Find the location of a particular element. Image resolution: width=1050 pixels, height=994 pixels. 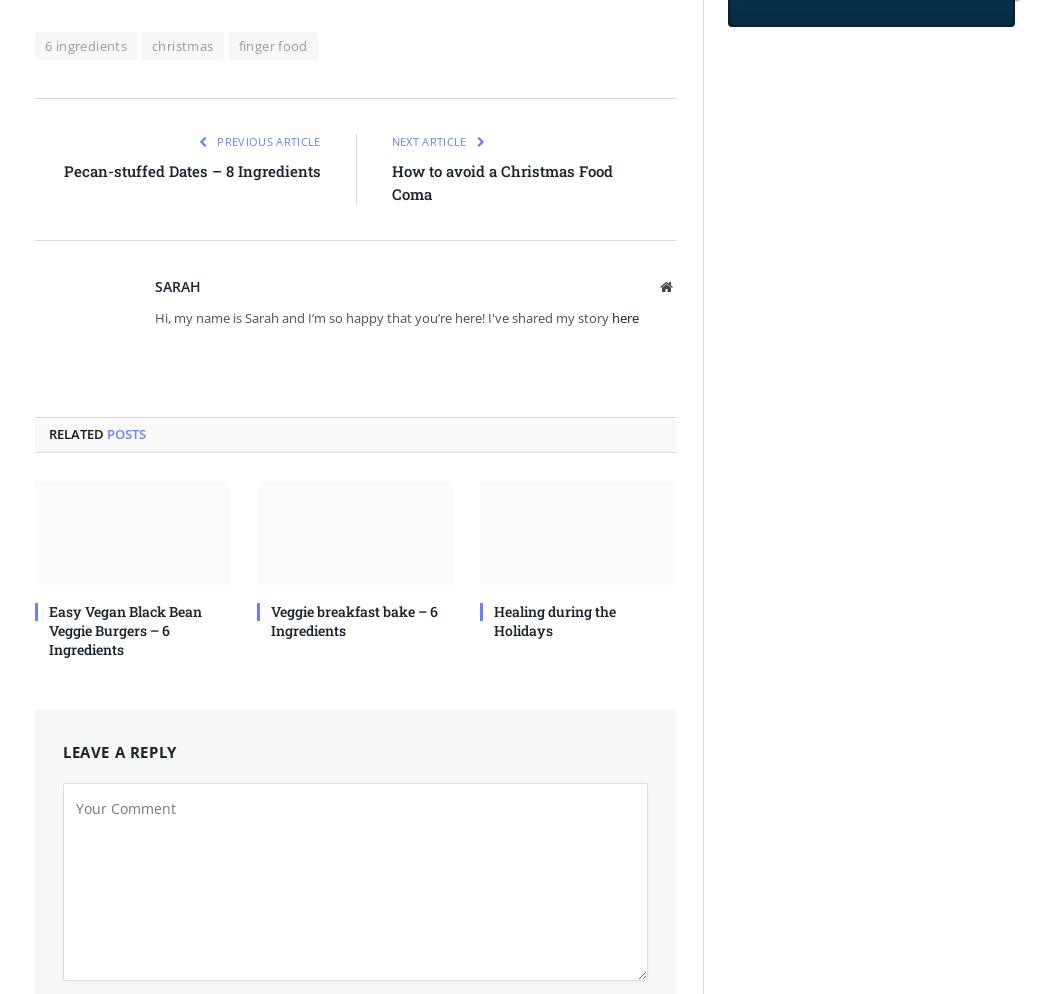

'Veggie breakfast bake – 6 Ingredients' is located at coordinates (353, 618).